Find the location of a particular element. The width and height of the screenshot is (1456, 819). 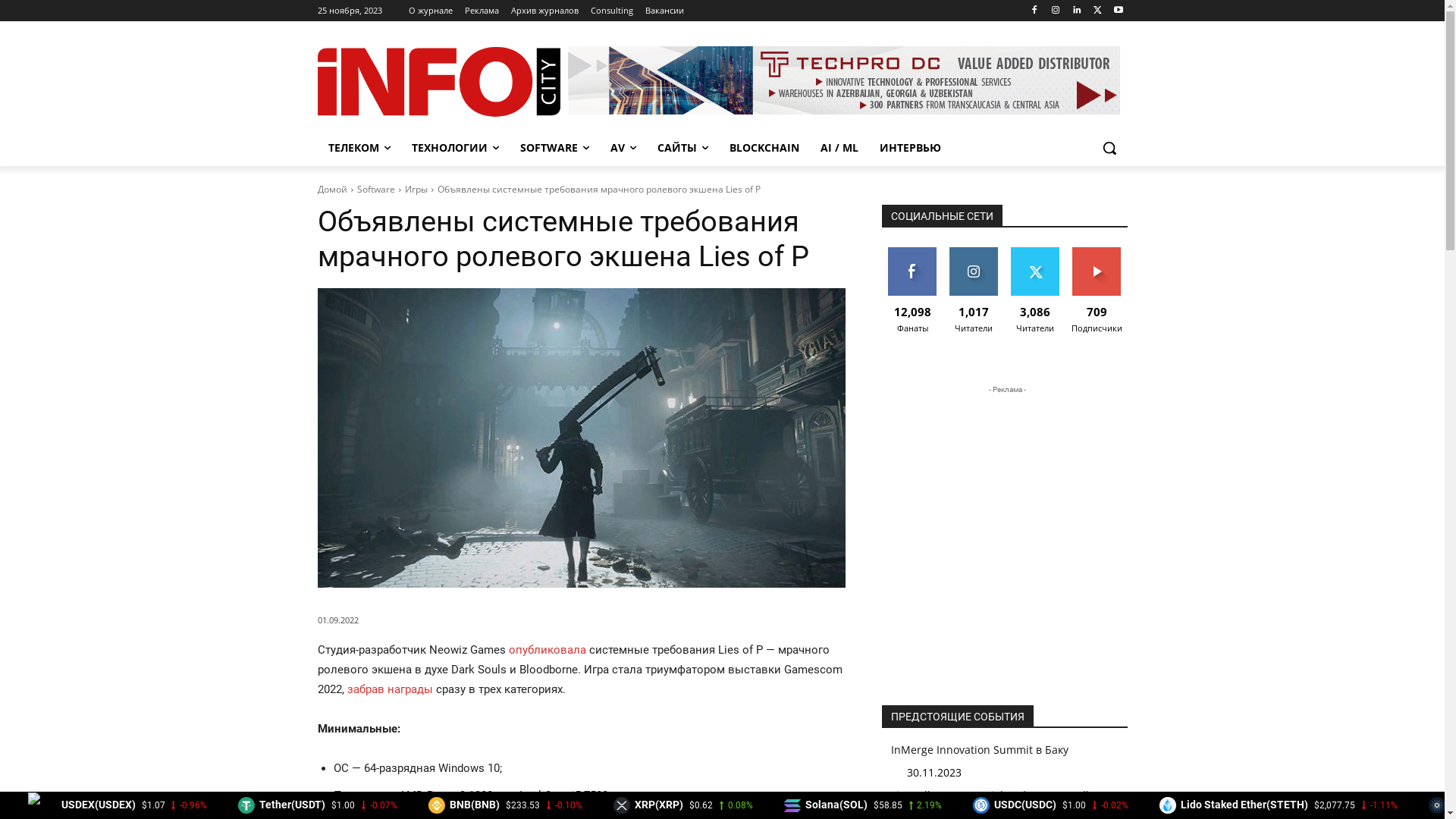

'Youtube' is located at coordinates (1119, 10).